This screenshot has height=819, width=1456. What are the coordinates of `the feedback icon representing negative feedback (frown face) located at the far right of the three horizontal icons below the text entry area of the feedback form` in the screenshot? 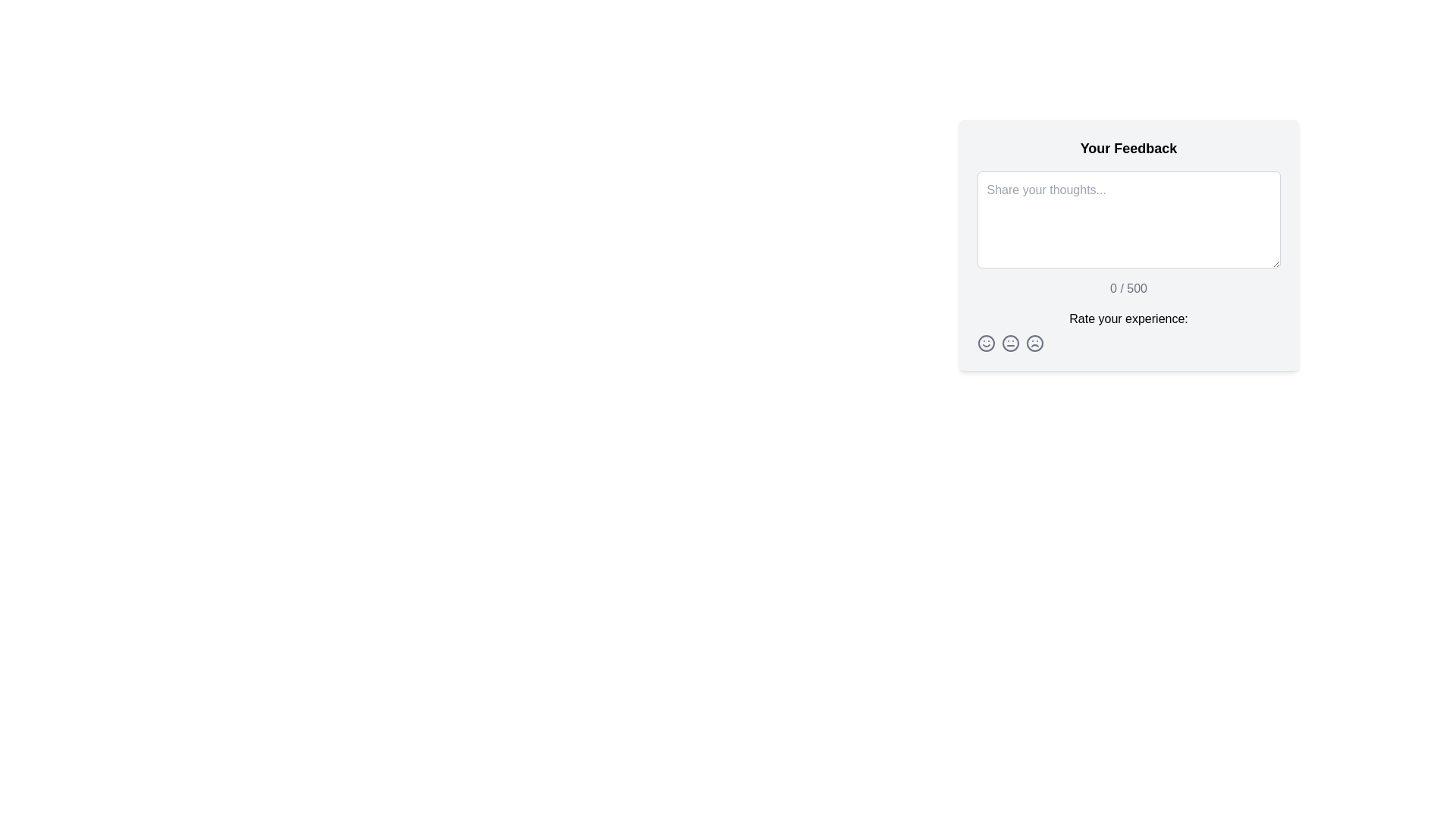 It's located at (1034, 343).